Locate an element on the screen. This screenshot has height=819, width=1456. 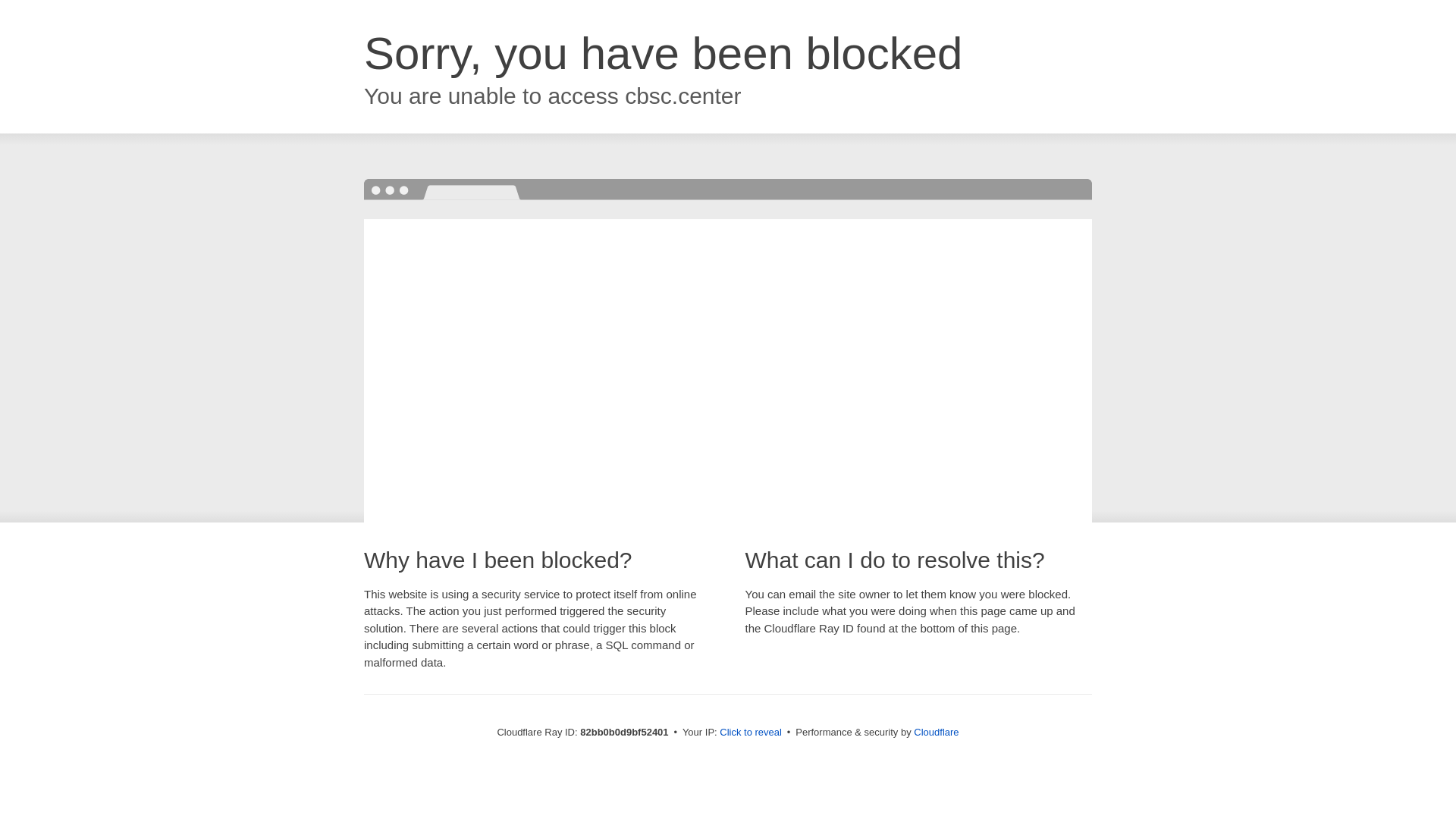
'Cloudflare' is located at coordinates (912, 731).